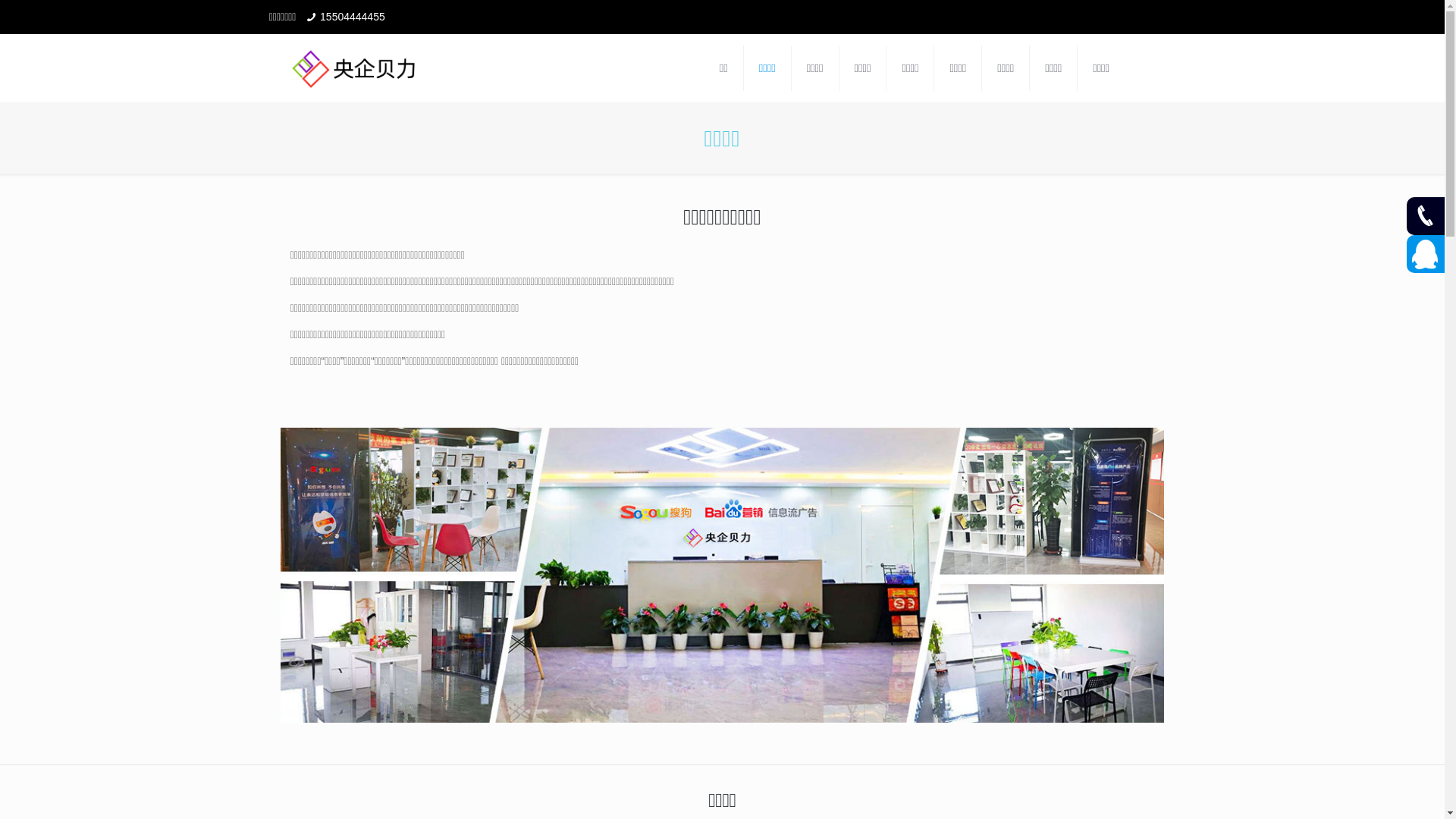 The height and width of the screenshot is (819, 1456). What do you see at coordinates (352, 17) in the screenshot?
I see `'15504444455'` at bounding box center [352, 17].